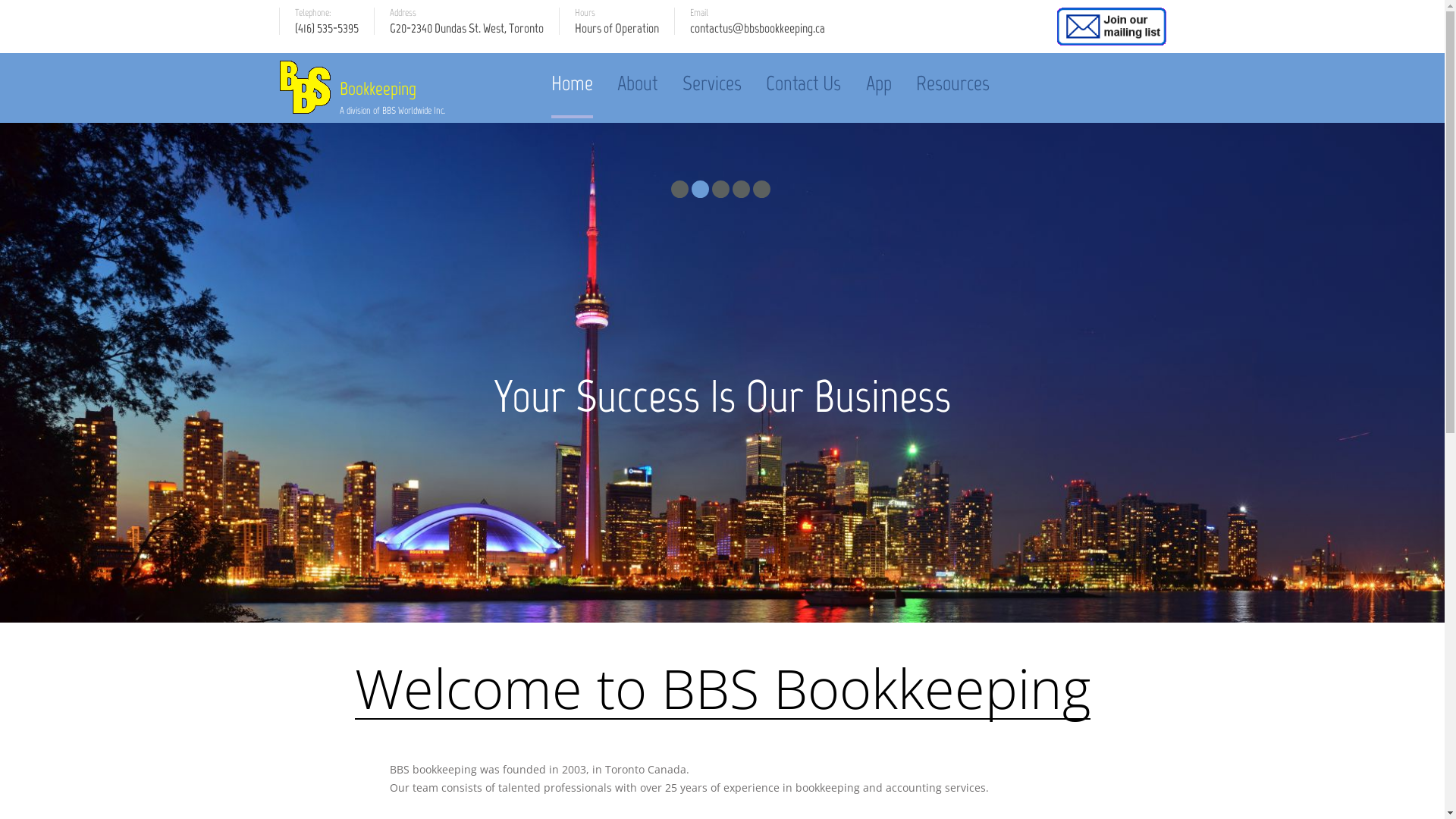  Describe the element at coordinates (952, 83) in the screenshot. I see `'Resources'` at that location.